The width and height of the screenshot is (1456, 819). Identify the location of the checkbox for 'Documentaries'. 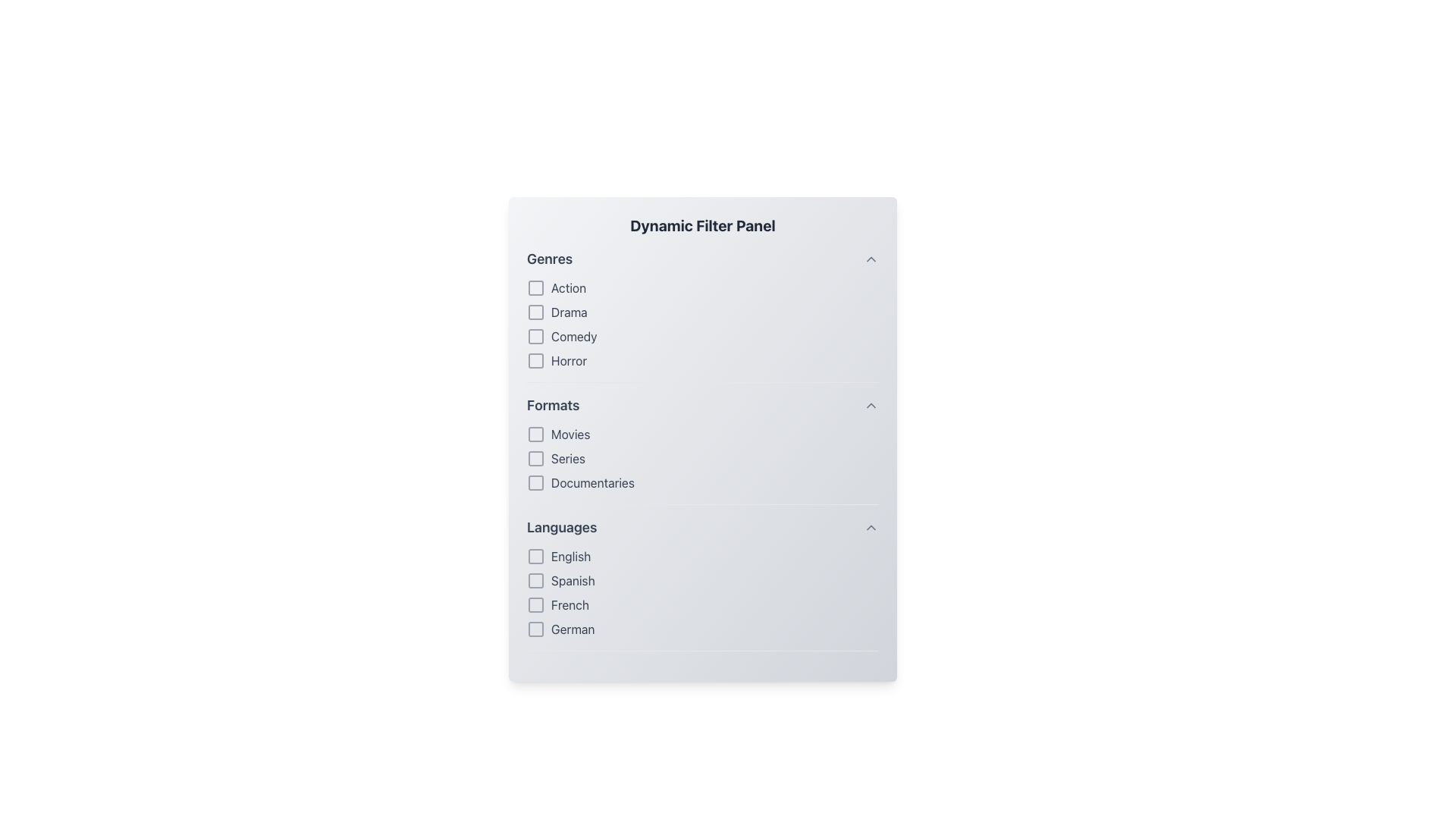
(701, 482).